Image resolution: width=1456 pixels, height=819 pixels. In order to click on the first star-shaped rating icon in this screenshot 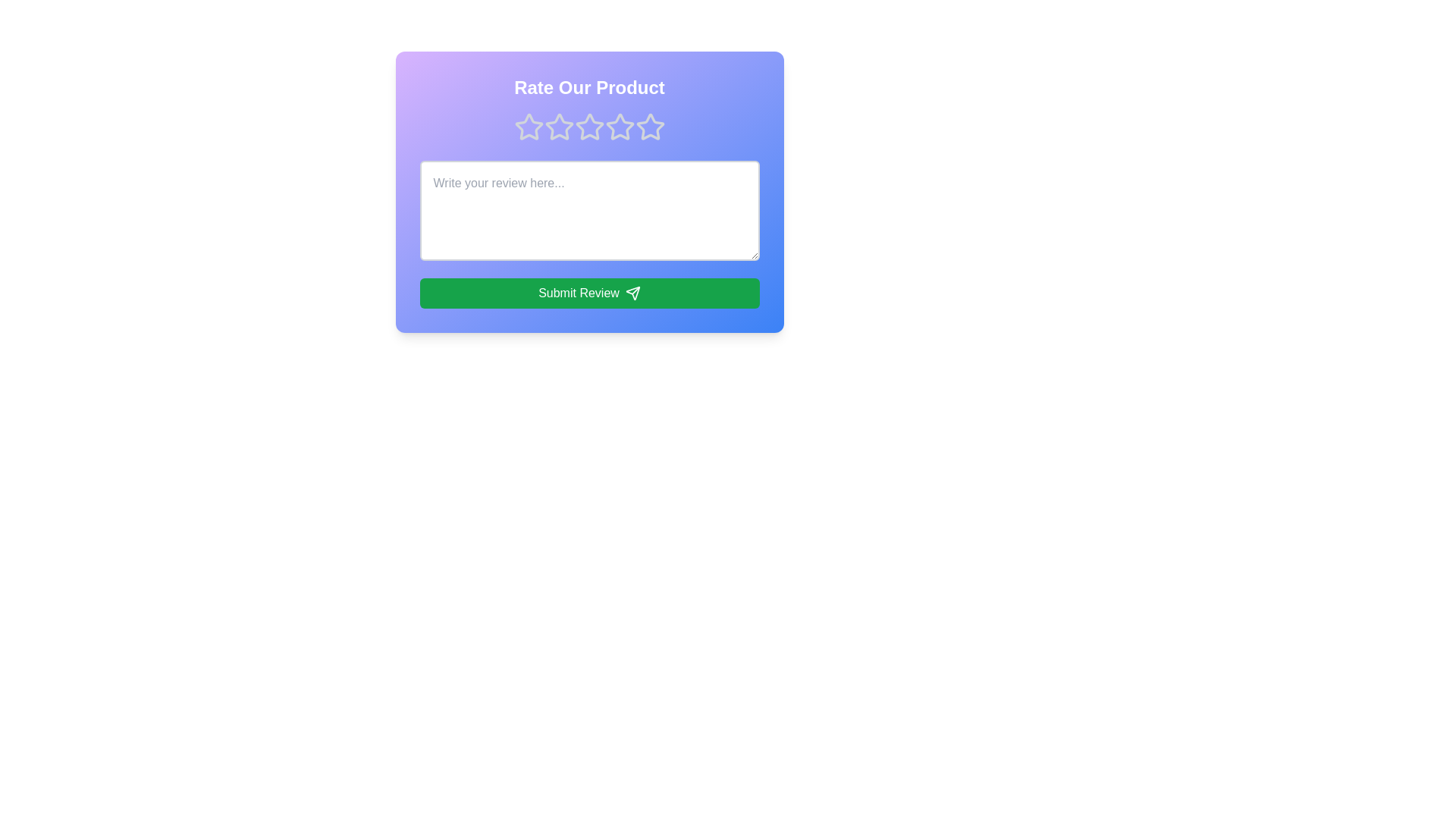, I will do `click(529, 126)`.